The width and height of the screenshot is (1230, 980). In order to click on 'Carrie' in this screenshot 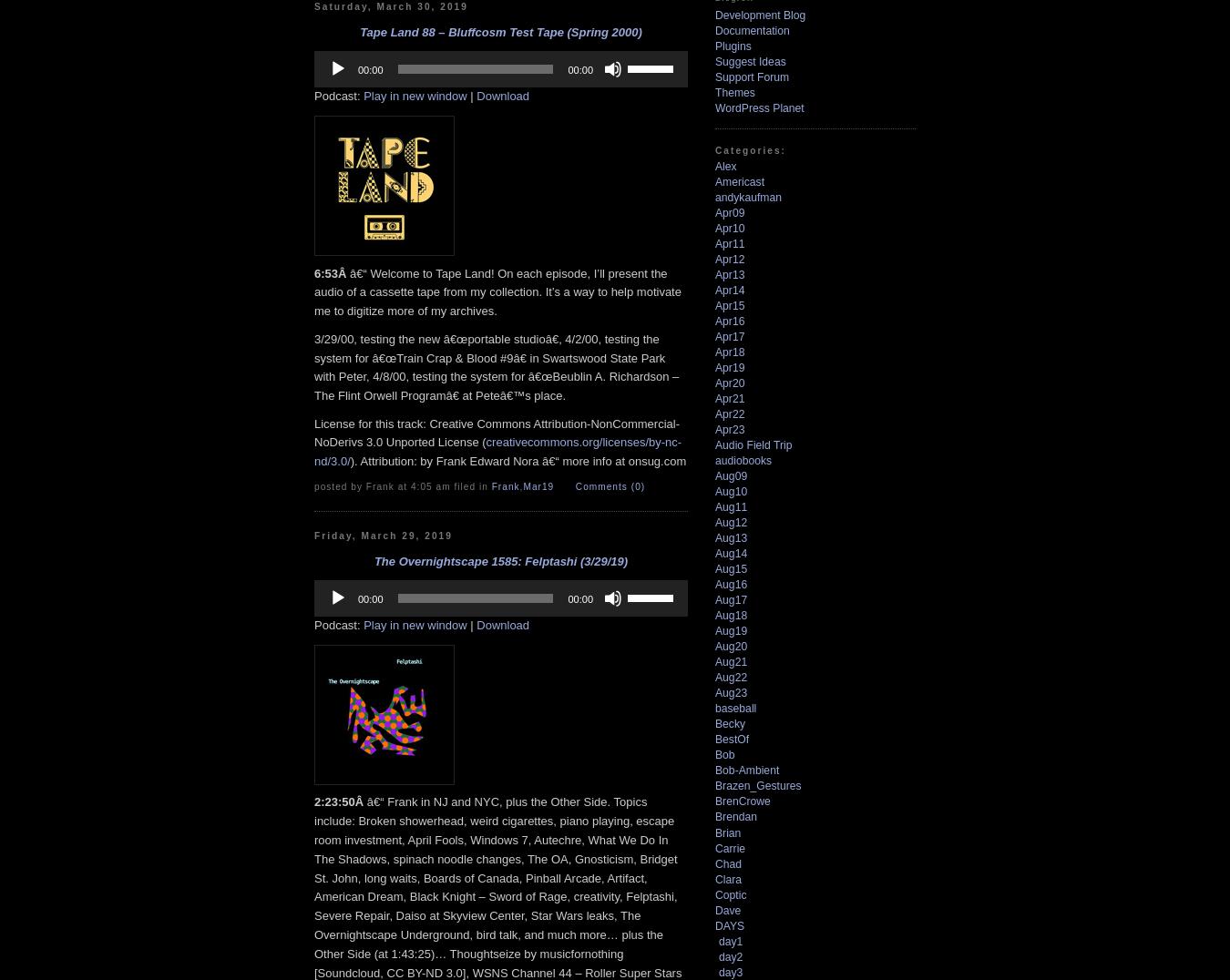, I will do `click(730, 846)`.